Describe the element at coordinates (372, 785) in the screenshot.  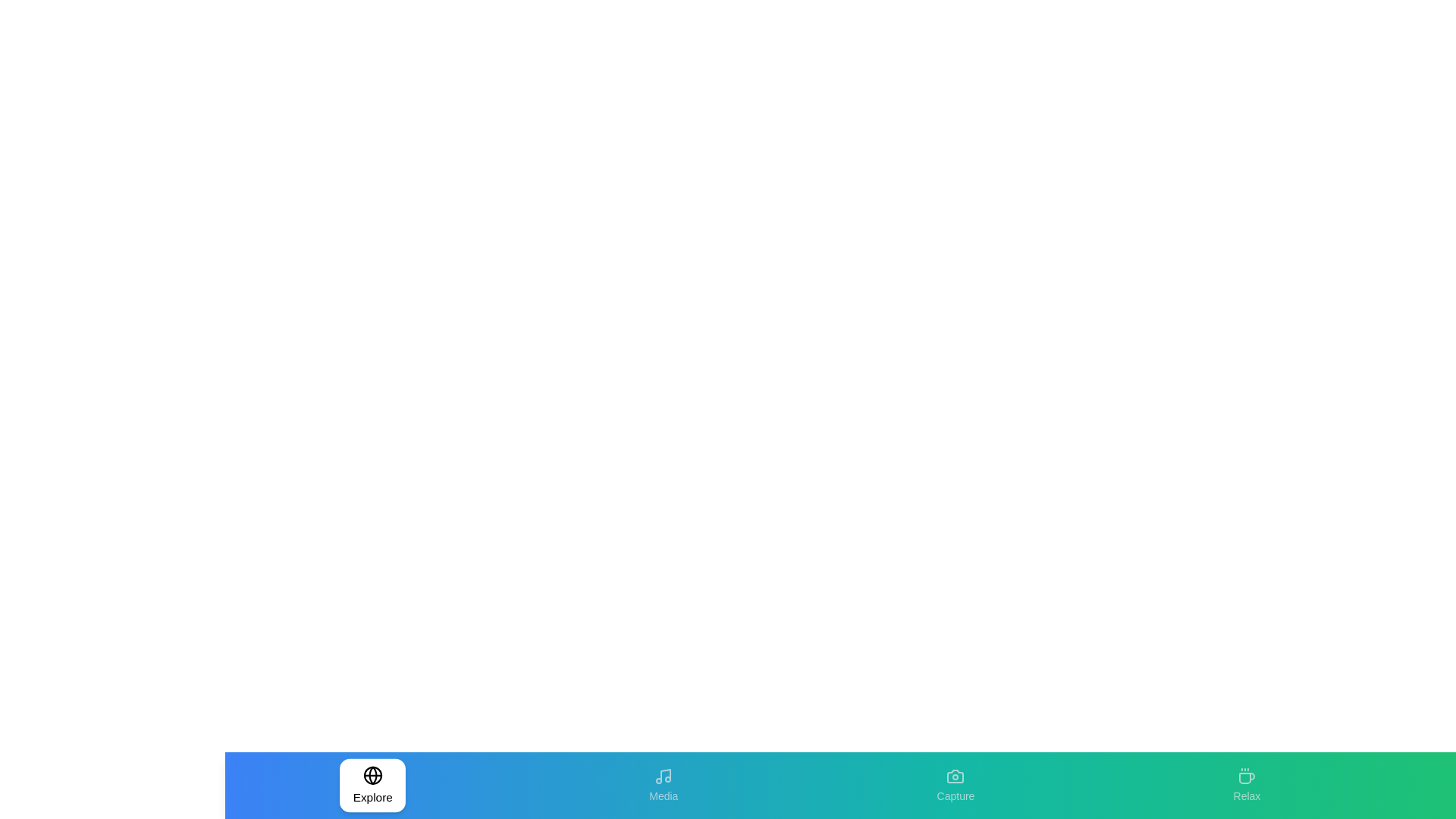
I see `the Explore tab to observe its visual feedback` at that location.